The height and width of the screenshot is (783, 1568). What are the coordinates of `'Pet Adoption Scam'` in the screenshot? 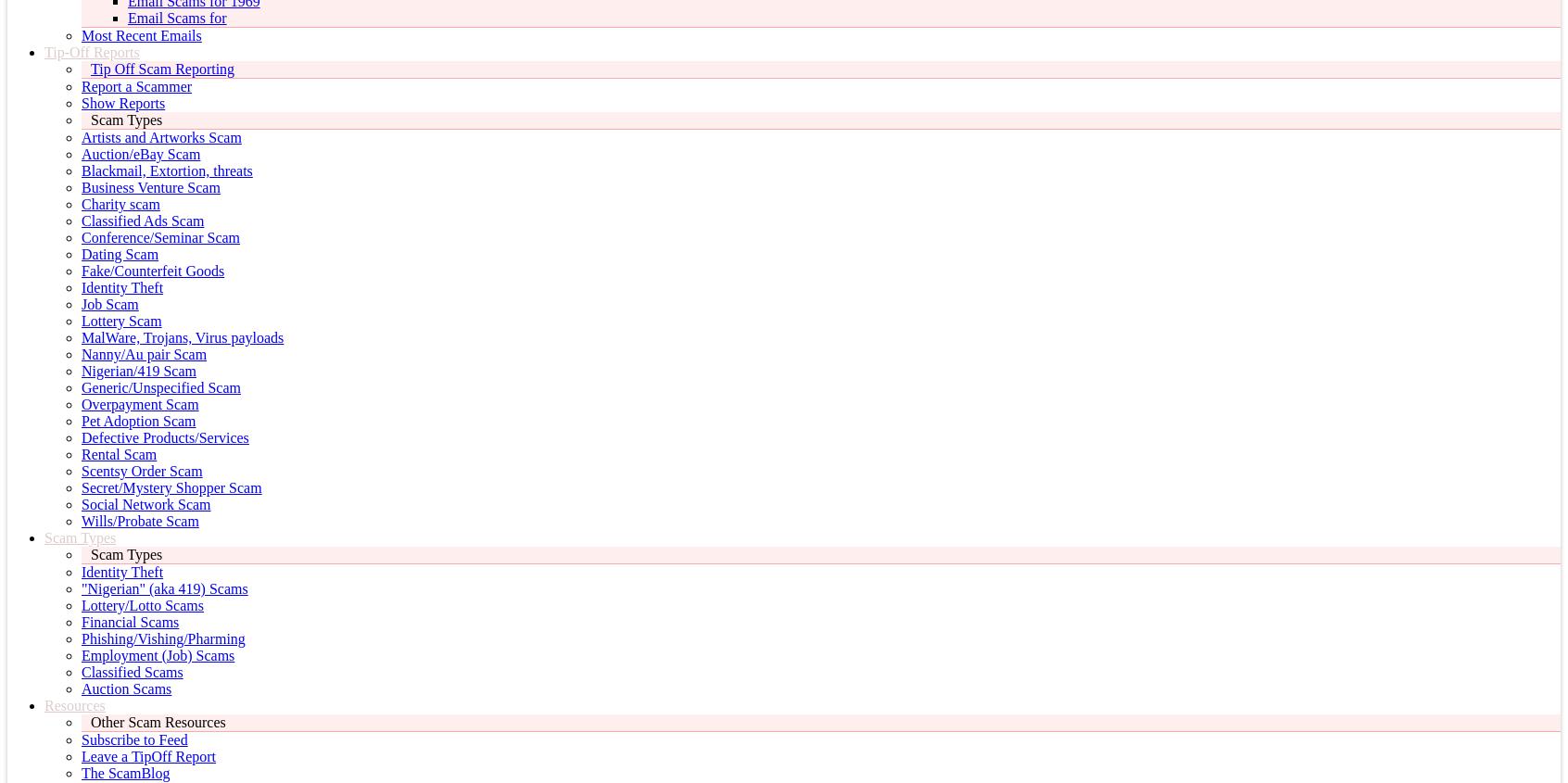 It's located at (137, 421).